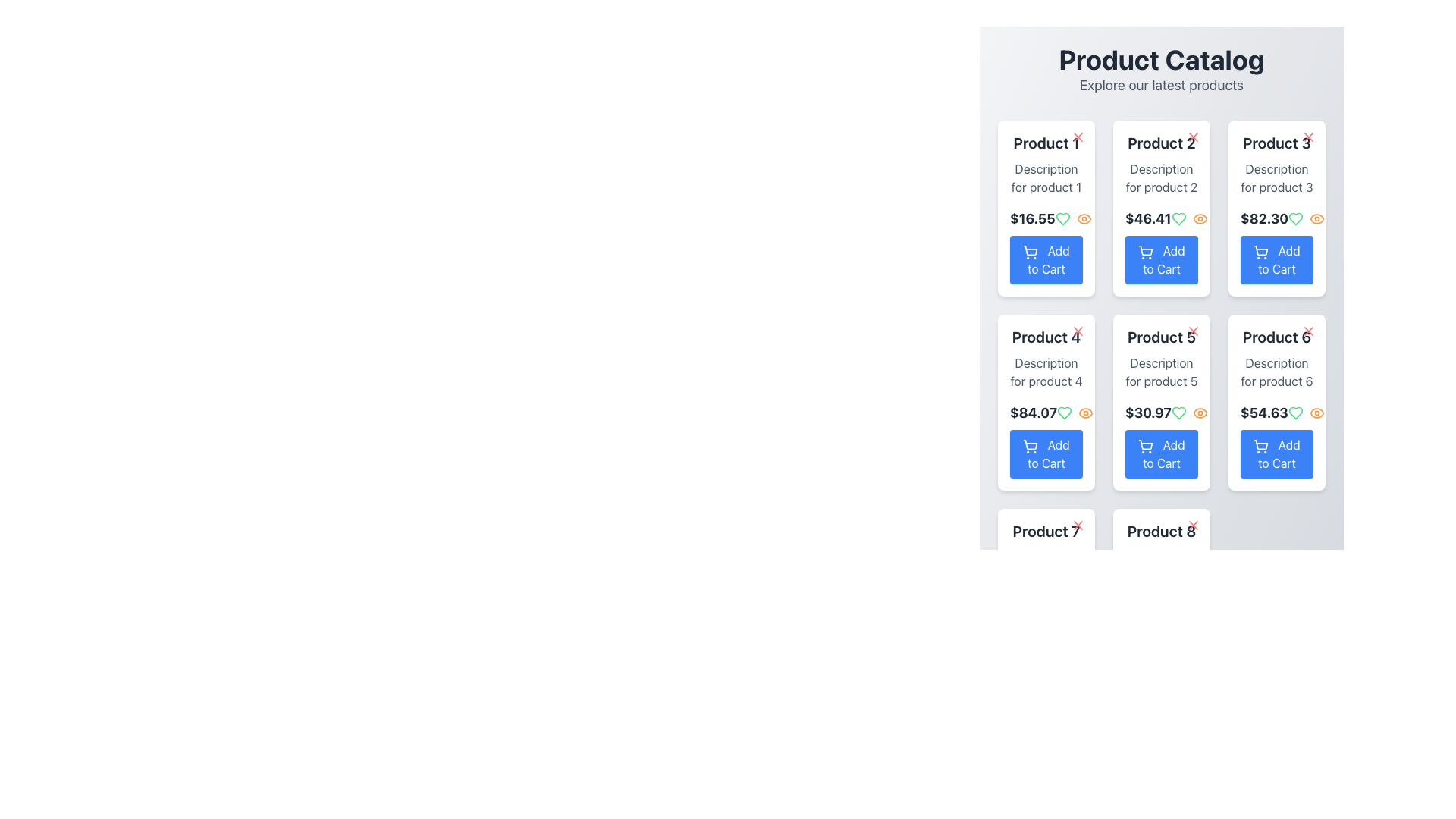 Image resolution: width=1456 pixels, height=819 pixels. What do you see at coordinates (1046, 143) in the screenshot?
I see `text label at the top of the product card in the first column and first row of the grid layout` at bounding box center [1046, 143].